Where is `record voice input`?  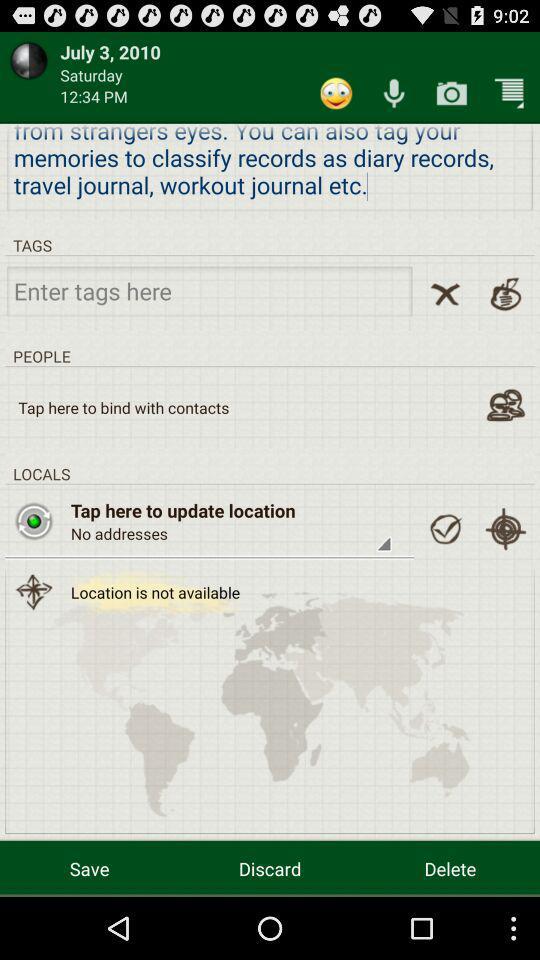
record voice input is located at coordinates (394, 93).